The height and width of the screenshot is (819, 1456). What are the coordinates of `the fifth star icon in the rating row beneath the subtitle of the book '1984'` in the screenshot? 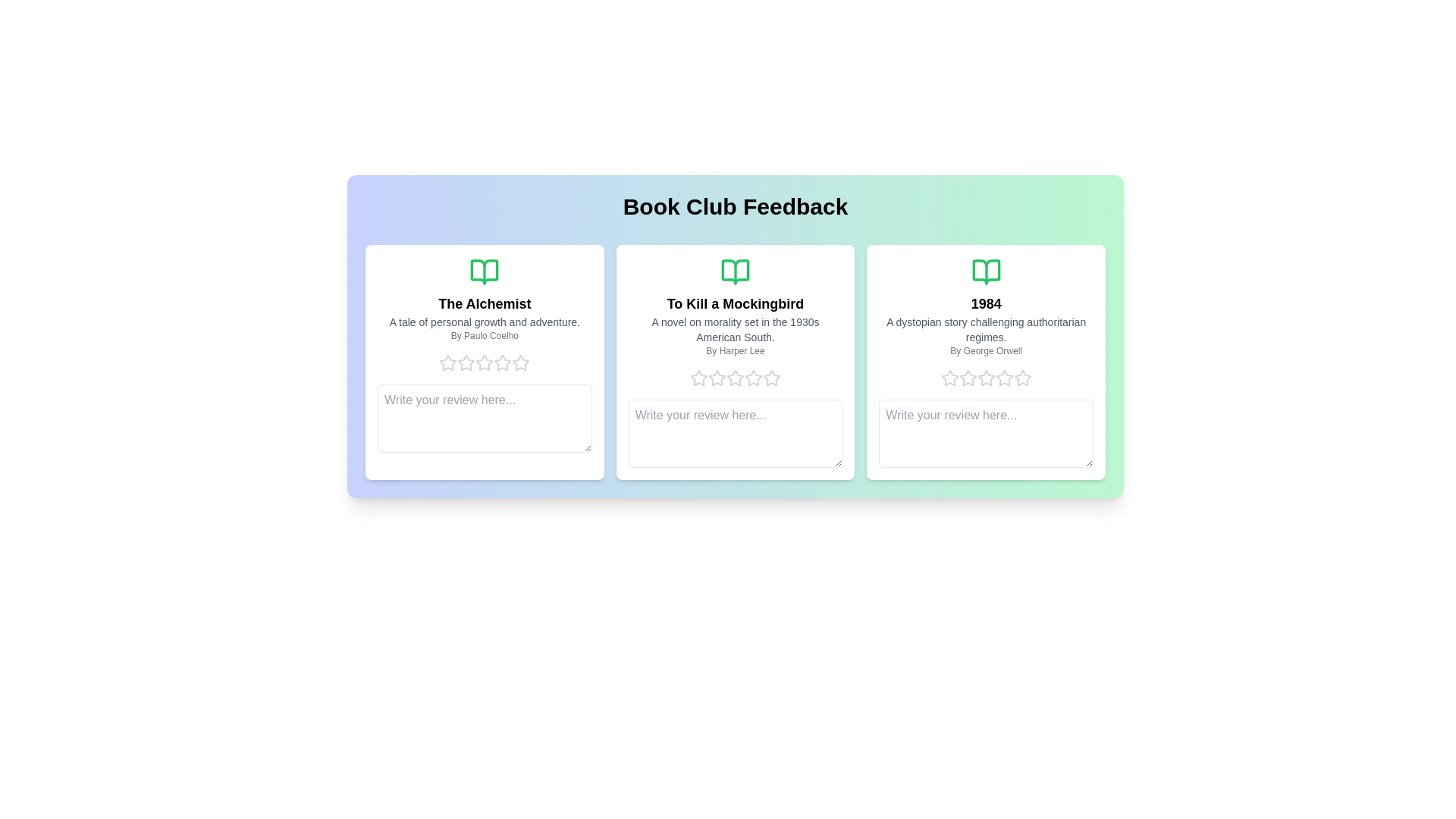 It's located at (1022, 377).